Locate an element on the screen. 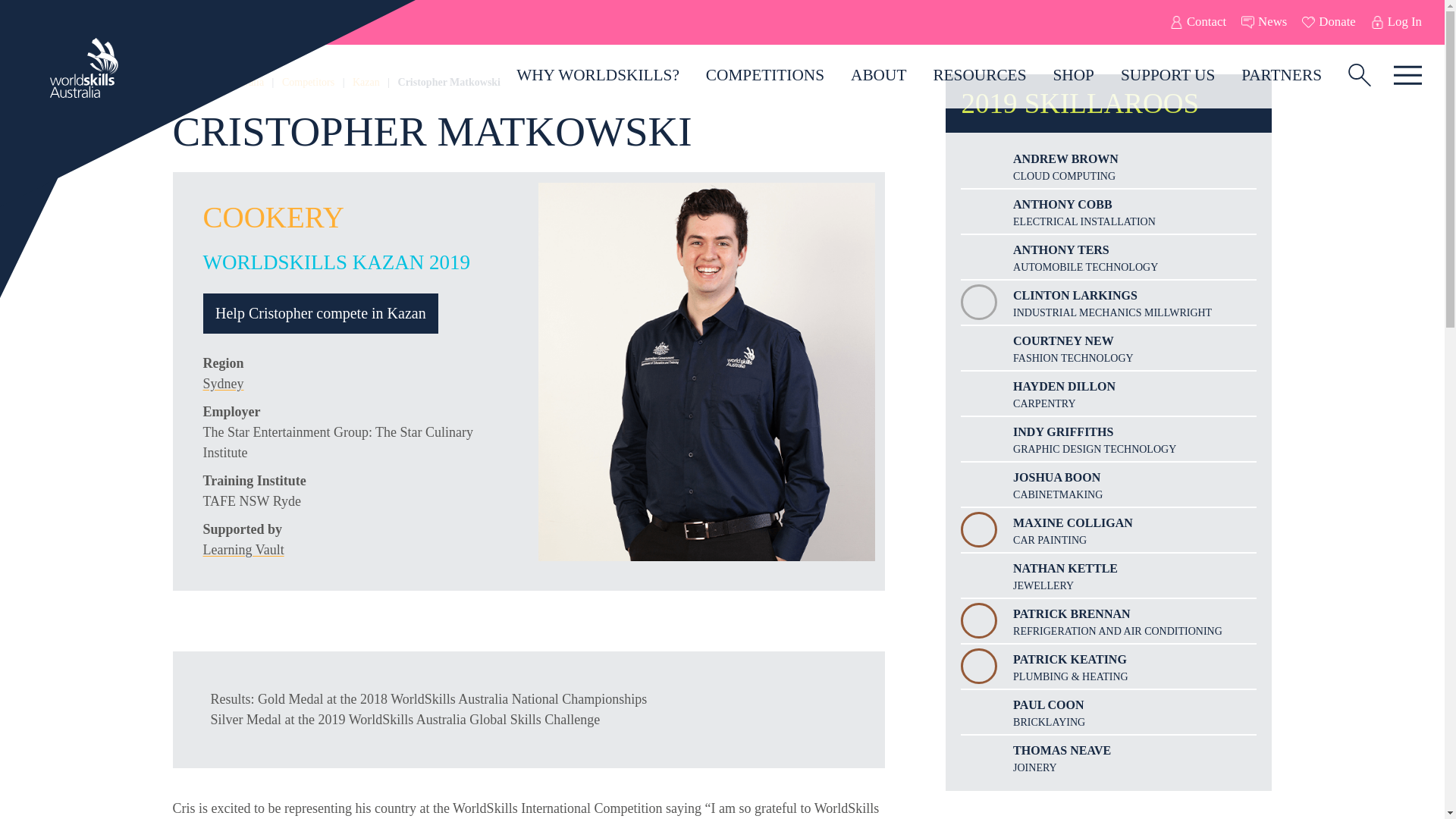  'PATRICK KEATING is located at coordinates (1109, 666).